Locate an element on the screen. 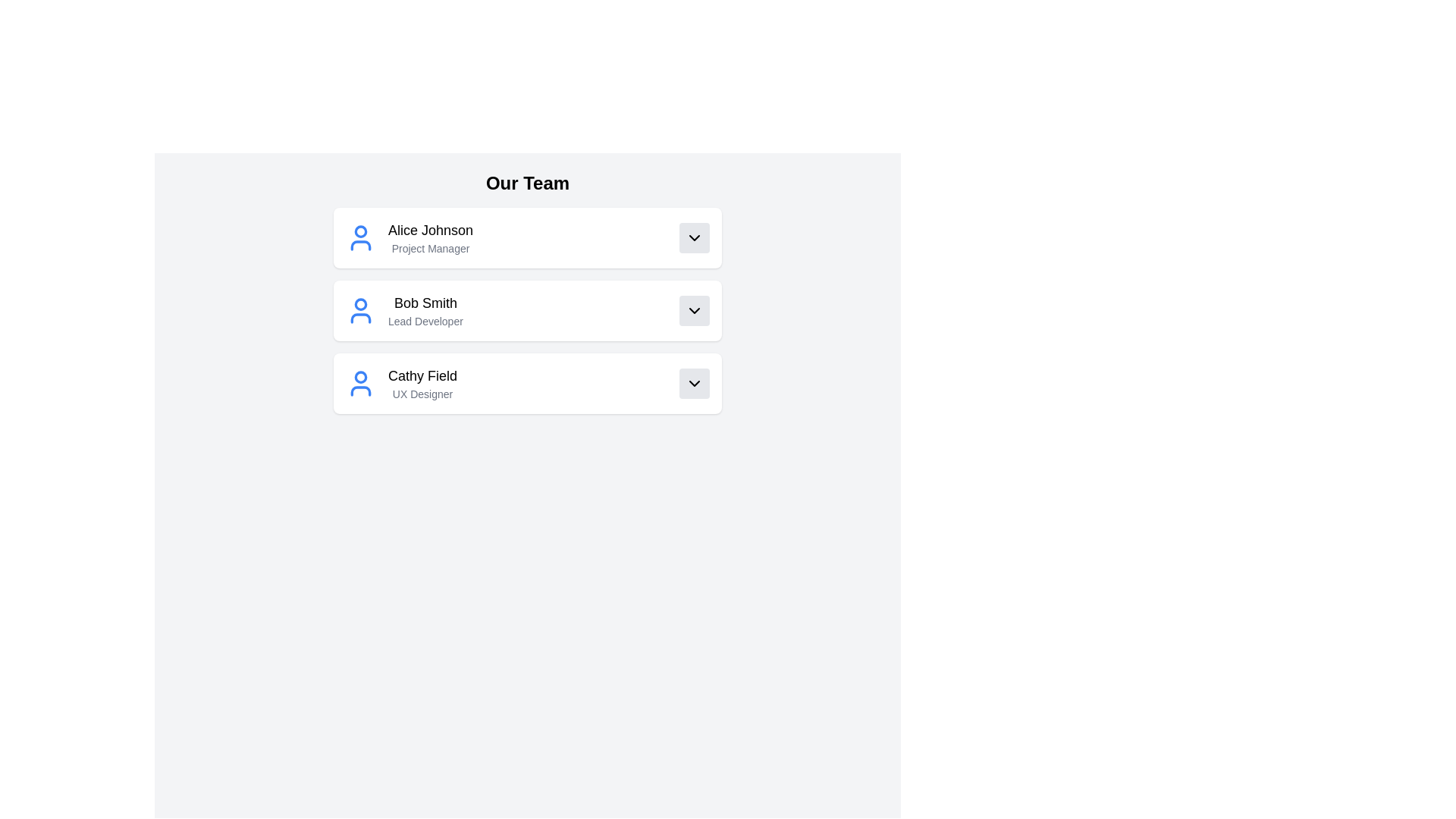  Text Label displaying 'UX Designer', which is styled in a small, gray font and positioned below 'Cathy Field' in the third entry of the list is located at coordinates (422, 394).